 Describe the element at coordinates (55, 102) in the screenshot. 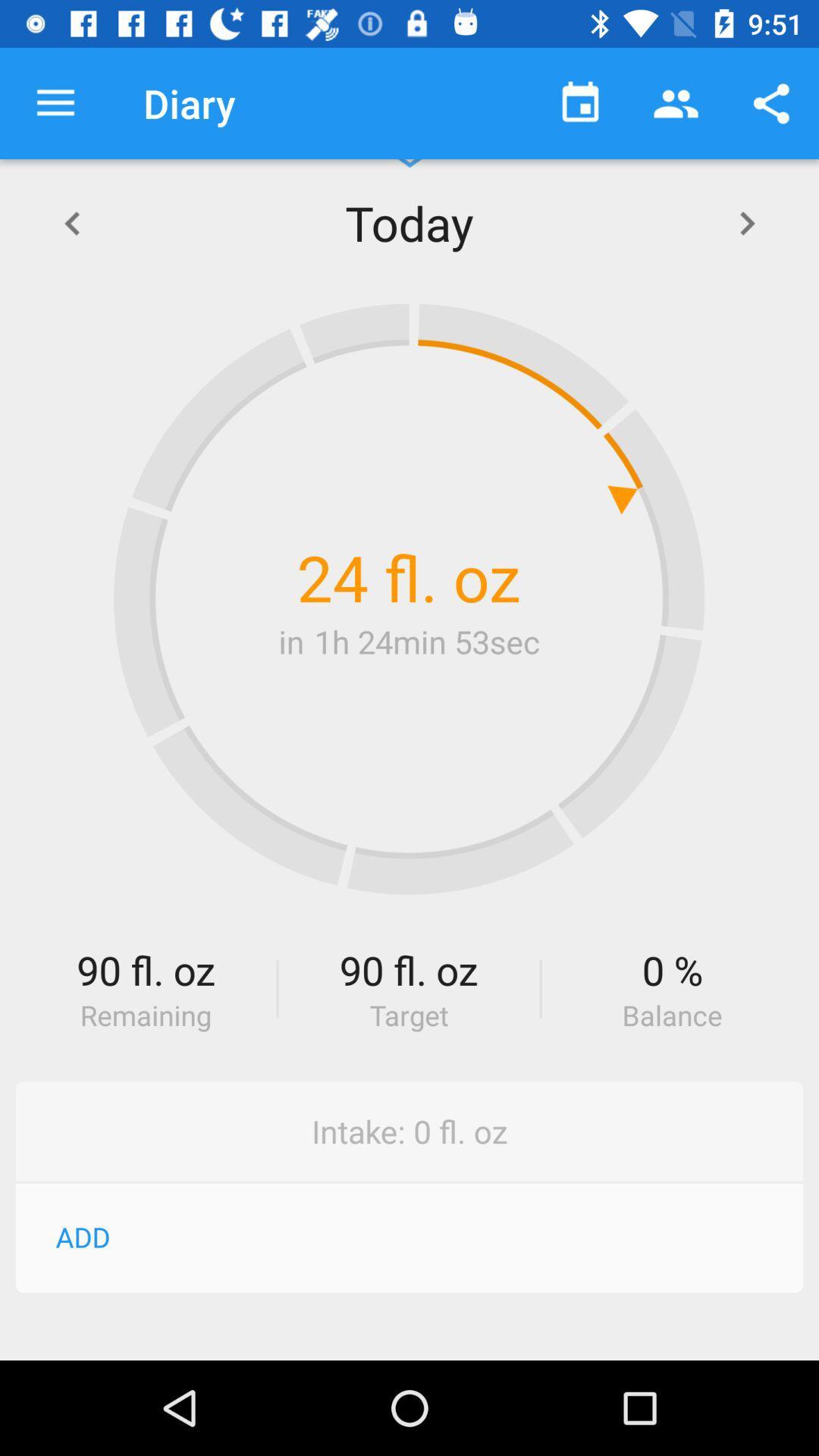

I see `icon next to the diary` at that location.